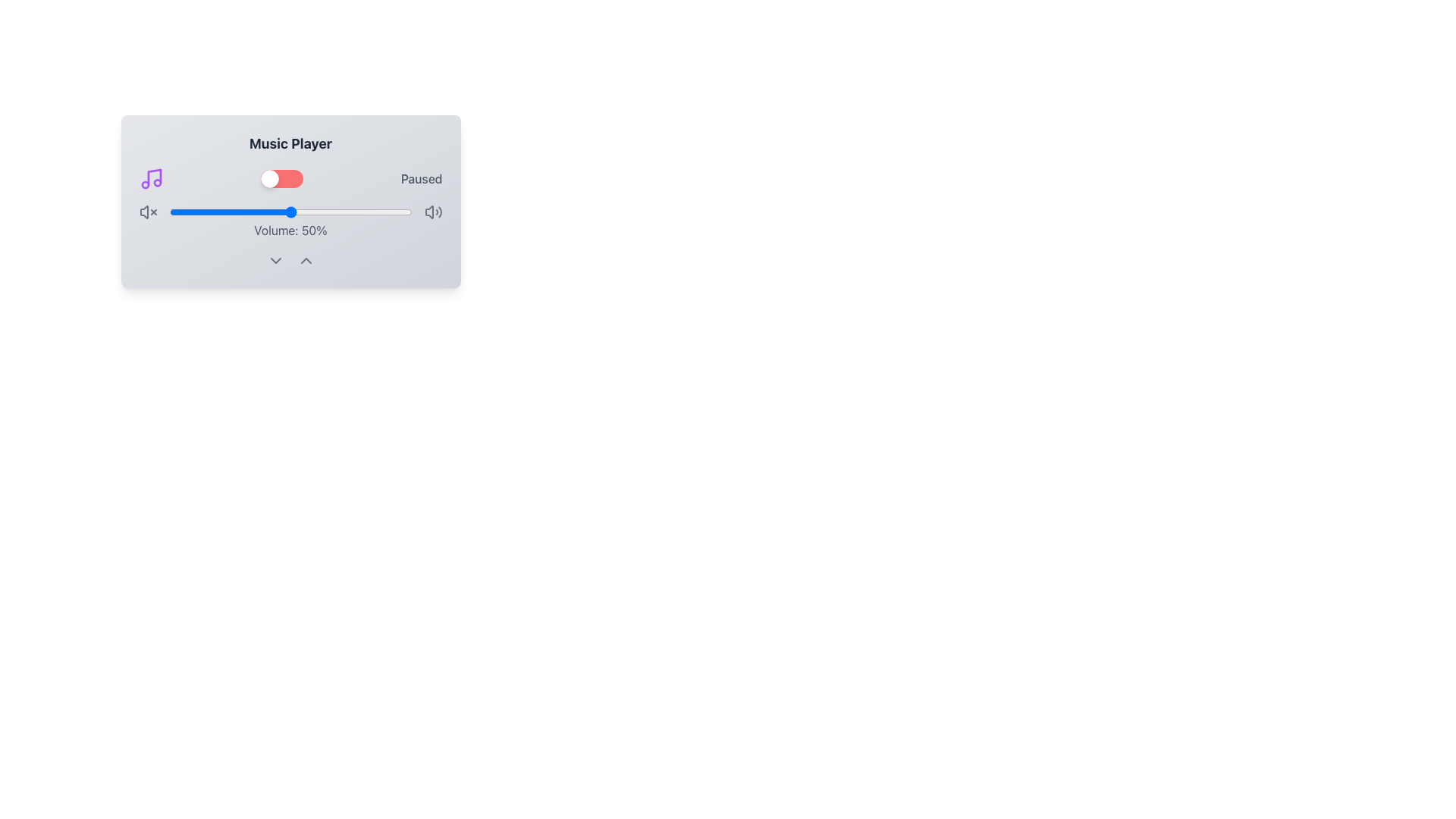  What do you see at coordinates (318, 212) in the screenshot?
I see `volume` at bounding box center [318, 212].